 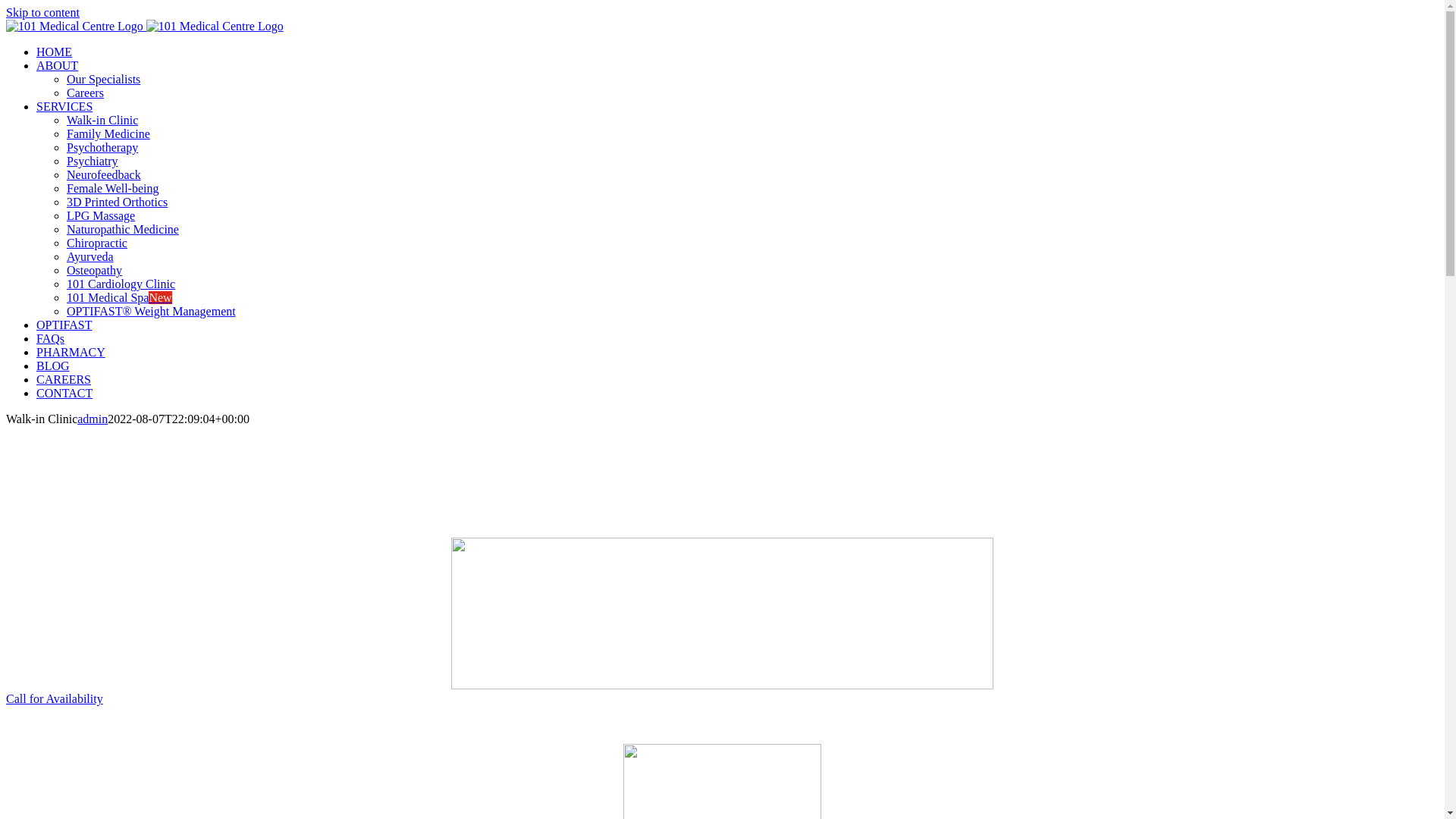 What do you see at coordinates (64, 324) in the screenshot?
I see `'OPTIFAST'` at bounding box center [64, 324].